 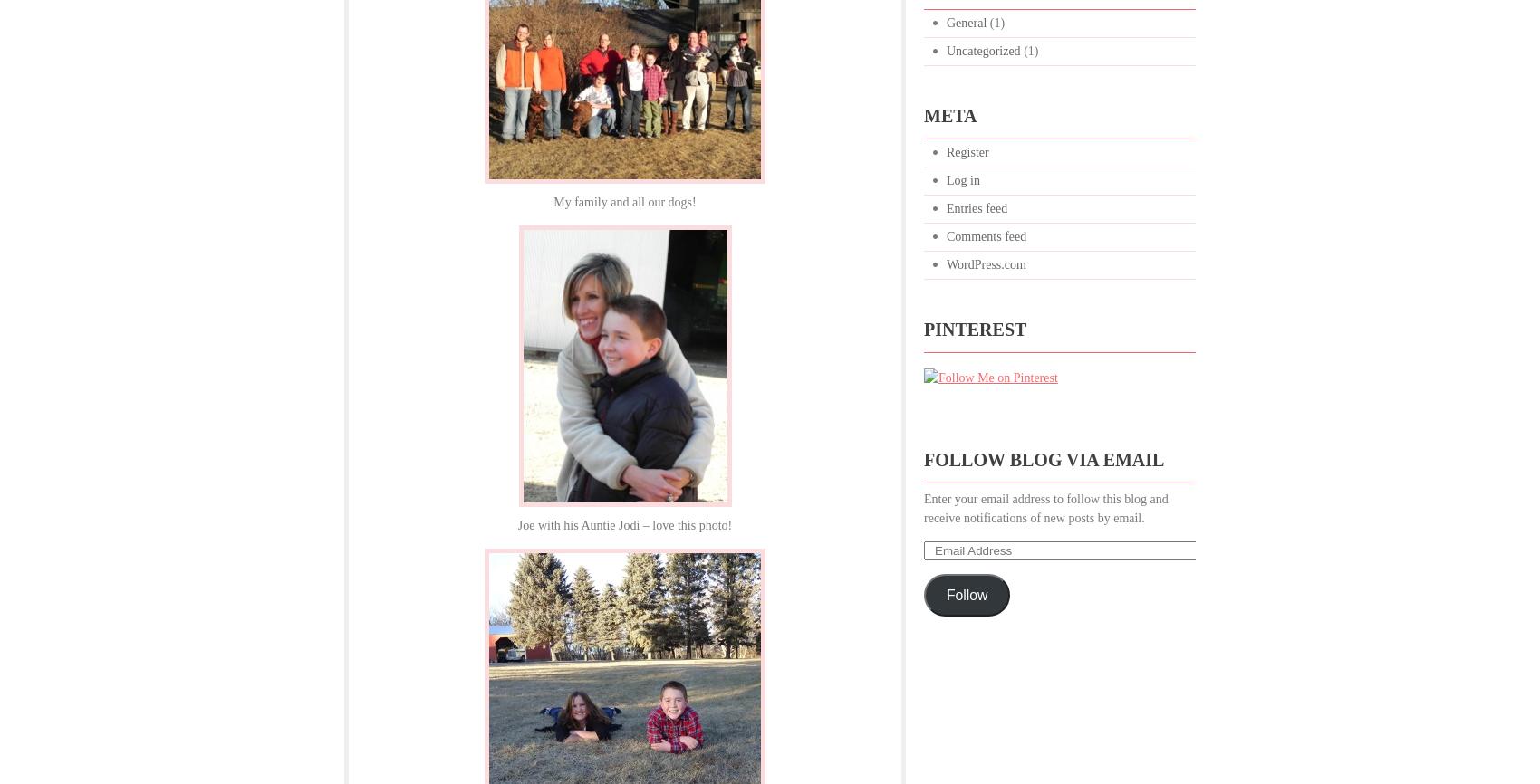 What do you see at coordinates (977, 207) in the screenshot?
I see `'Entries feed'` at bounding box center [977, 207].